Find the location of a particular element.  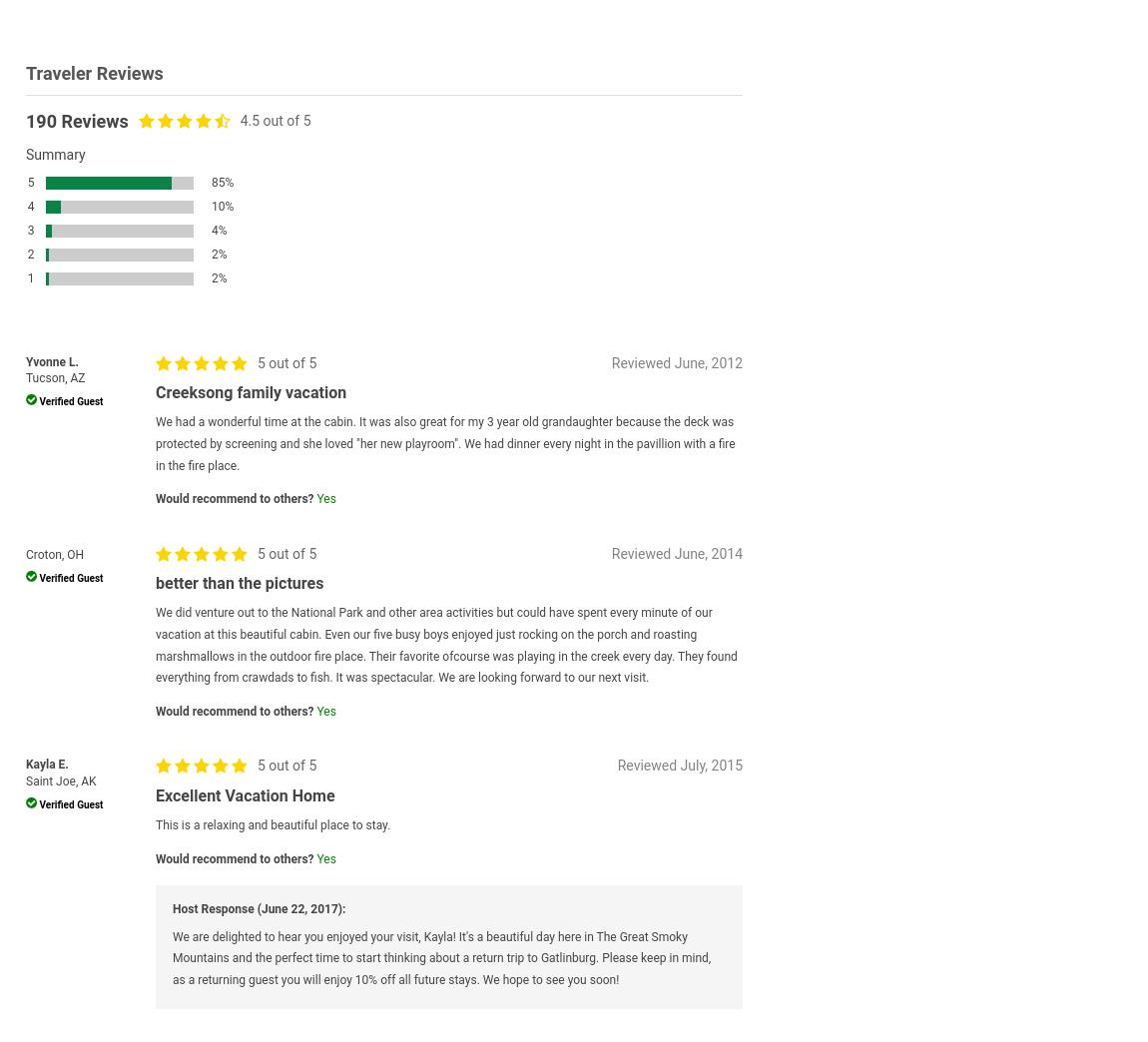

'Croton, OH' is located at coordinates (53, 552).